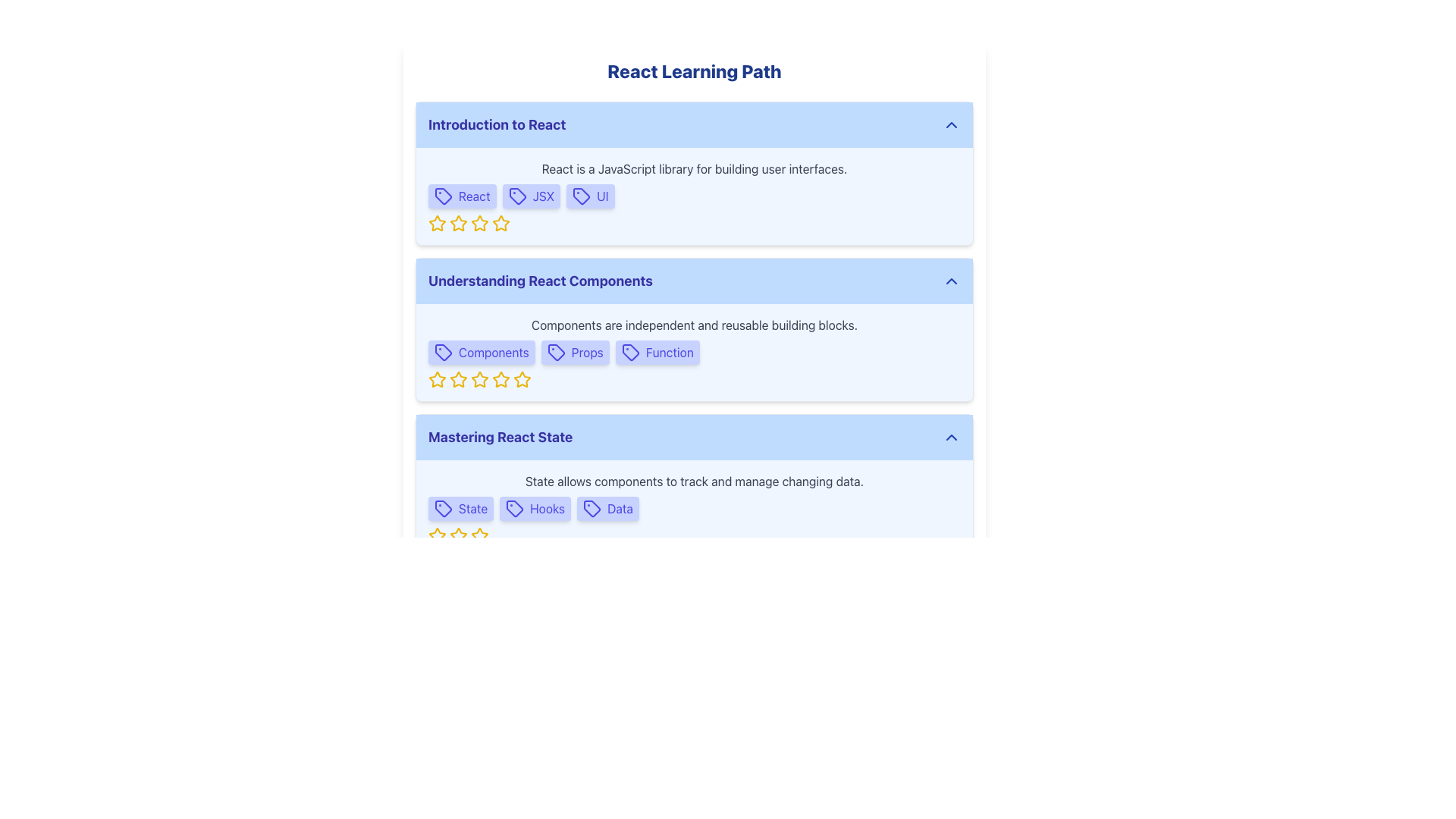  I want to click on the third tag in the horizontal row of tags labeled 'React', 'JSX', and 'Introduction to React', so click(589, 195).